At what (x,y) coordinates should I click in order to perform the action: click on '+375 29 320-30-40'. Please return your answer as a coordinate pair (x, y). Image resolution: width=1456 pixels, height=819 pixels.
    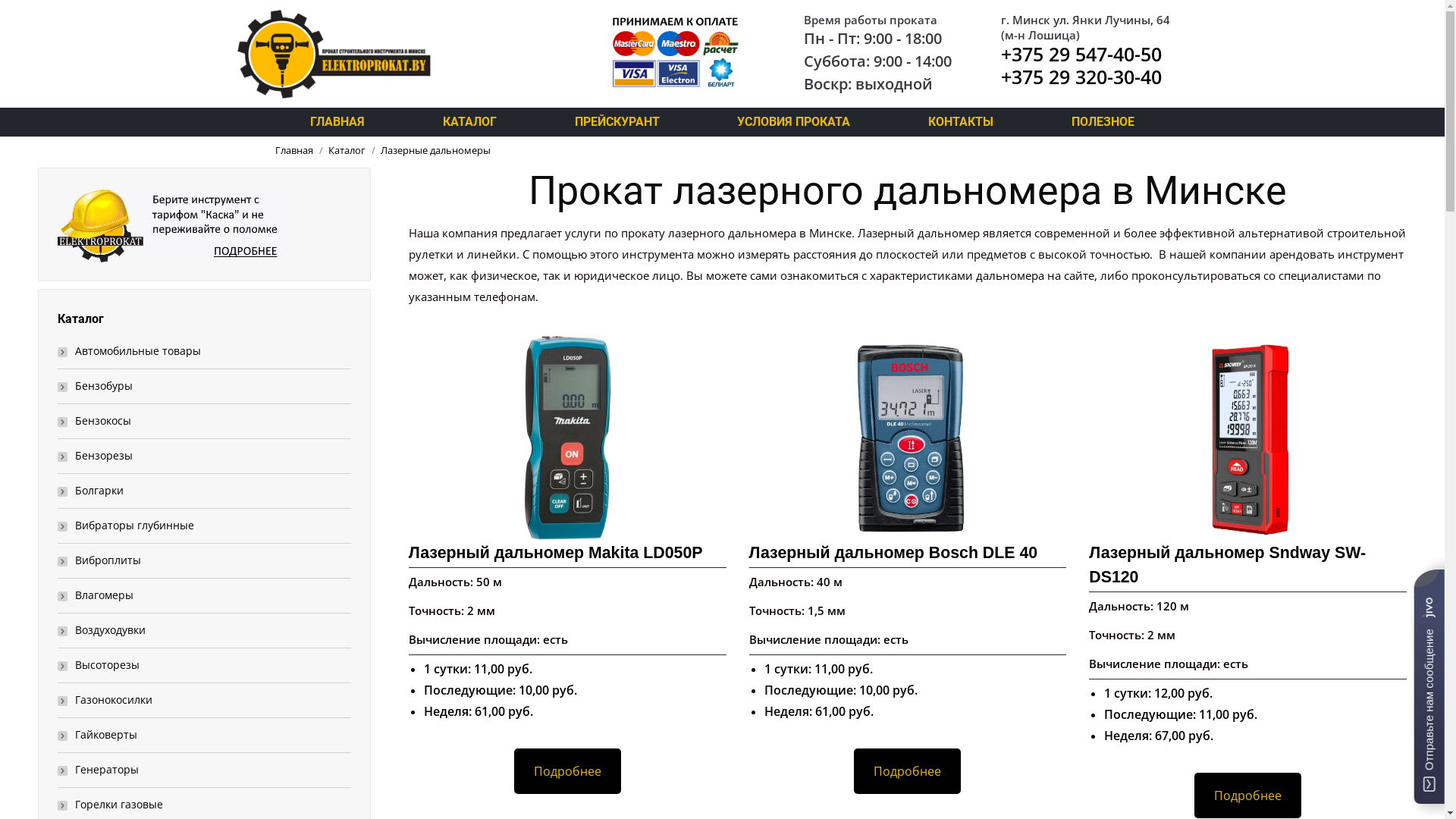
    Looking at the image, I should click on (1080, 76).